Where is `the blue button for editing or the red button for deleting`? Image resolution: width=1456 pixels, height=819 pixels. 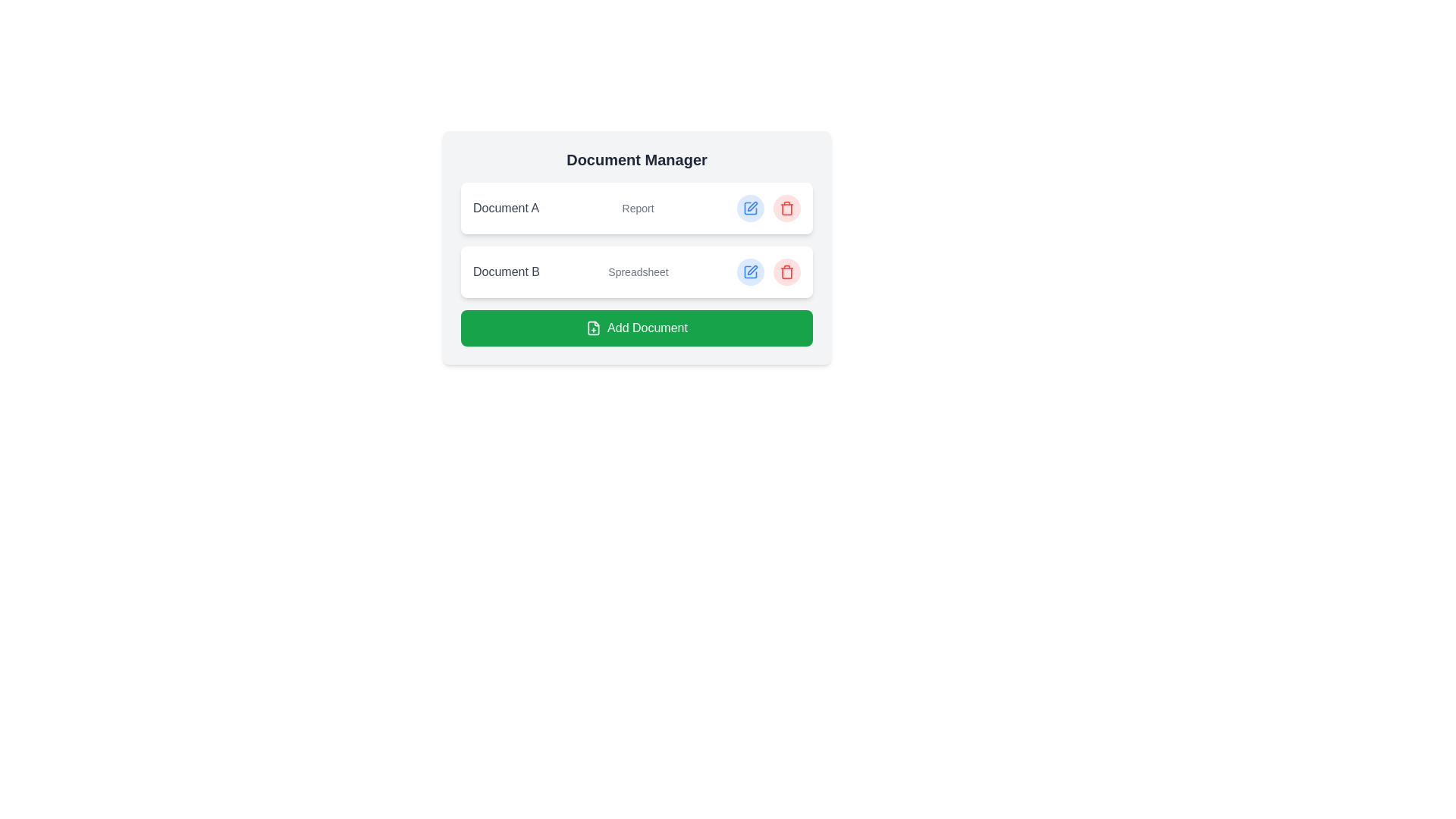 the blue button for editing or the red button for deleting is located at coordinates (768, 271).